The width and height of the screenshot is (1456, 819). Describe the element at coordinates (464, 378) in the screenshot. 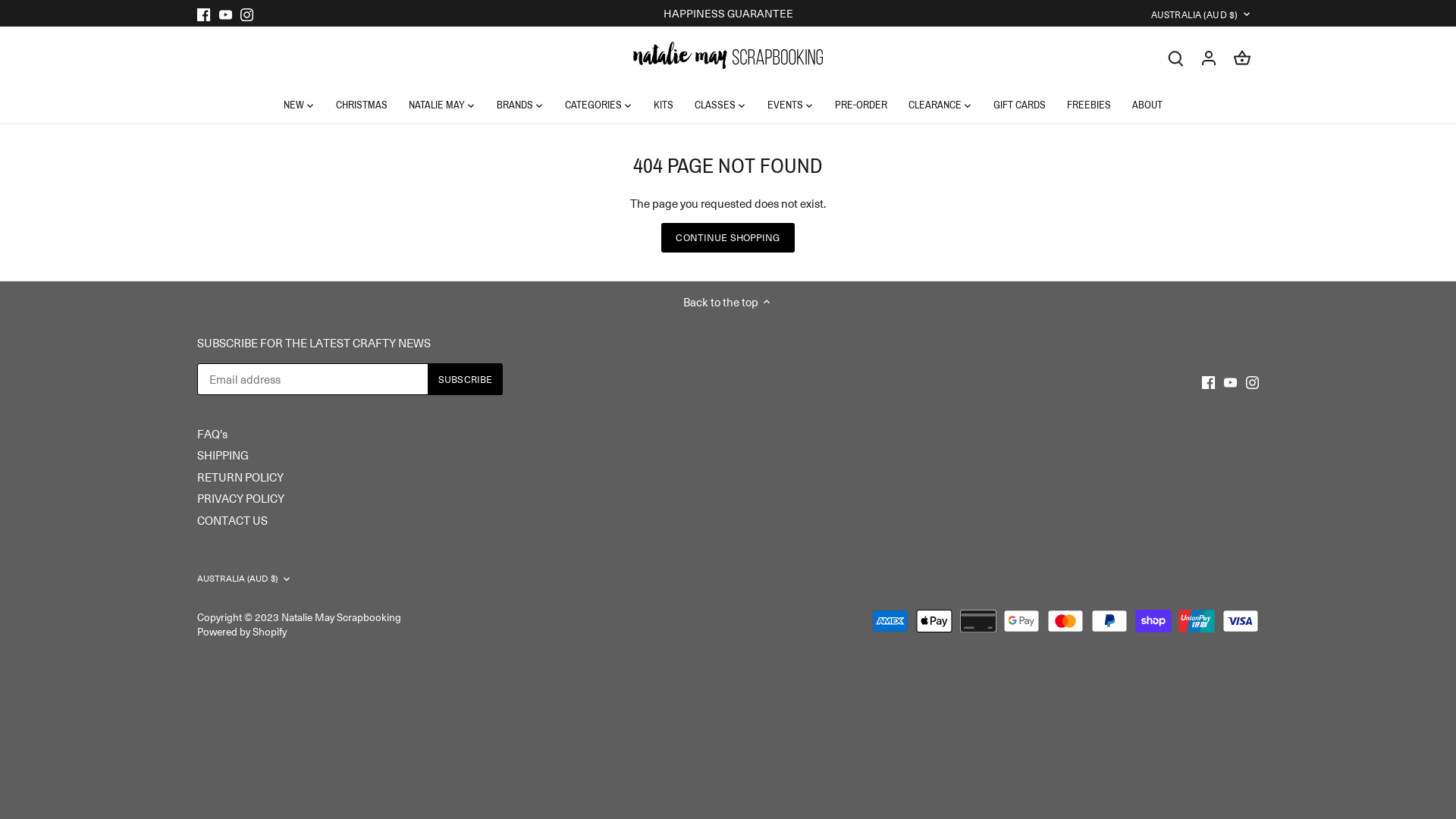

I see `'Subscribe'` at that location.